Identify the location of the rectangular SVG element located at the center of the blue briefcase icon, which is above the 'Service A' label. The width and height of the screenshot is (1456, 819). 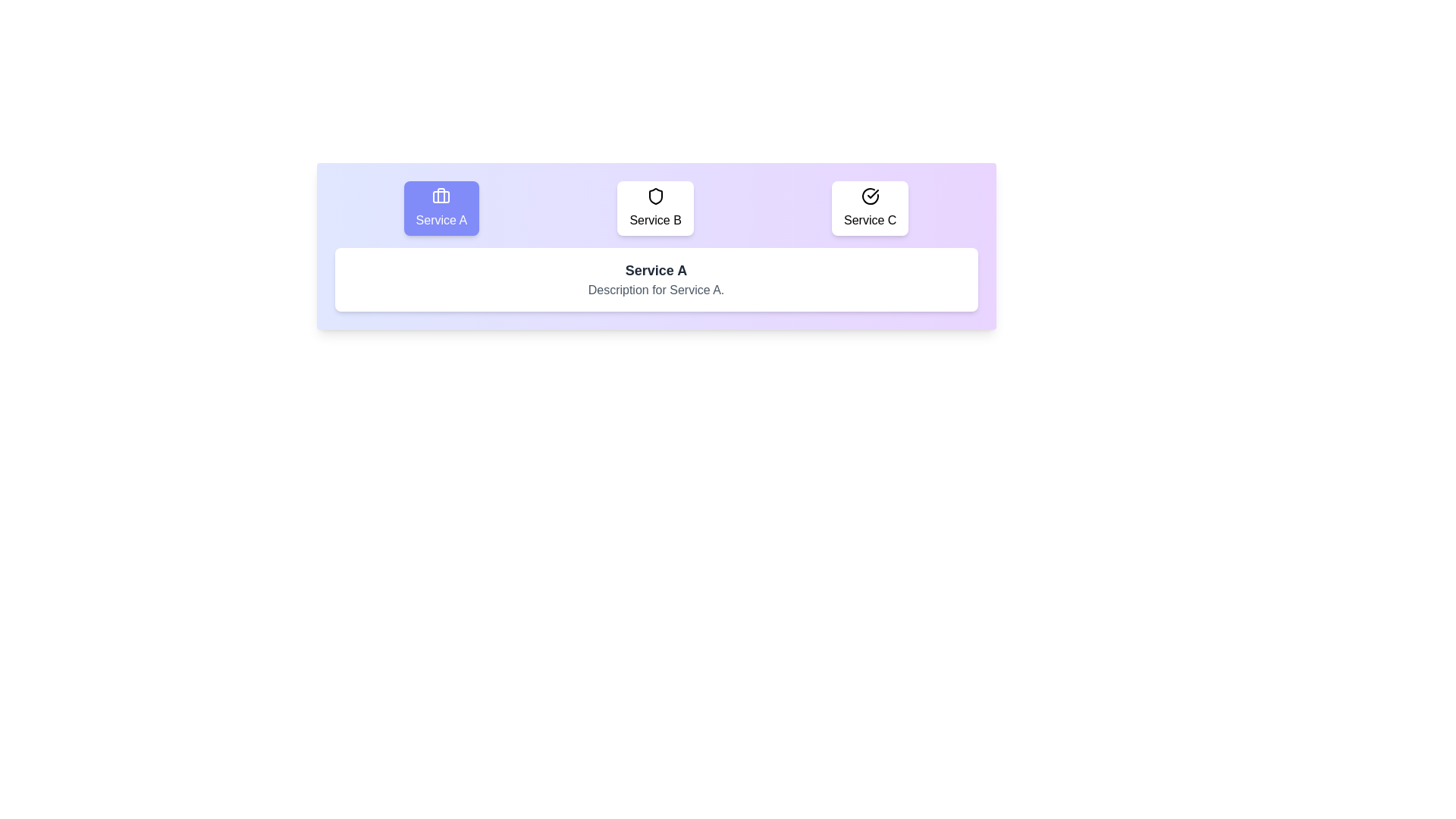
(441, 196).